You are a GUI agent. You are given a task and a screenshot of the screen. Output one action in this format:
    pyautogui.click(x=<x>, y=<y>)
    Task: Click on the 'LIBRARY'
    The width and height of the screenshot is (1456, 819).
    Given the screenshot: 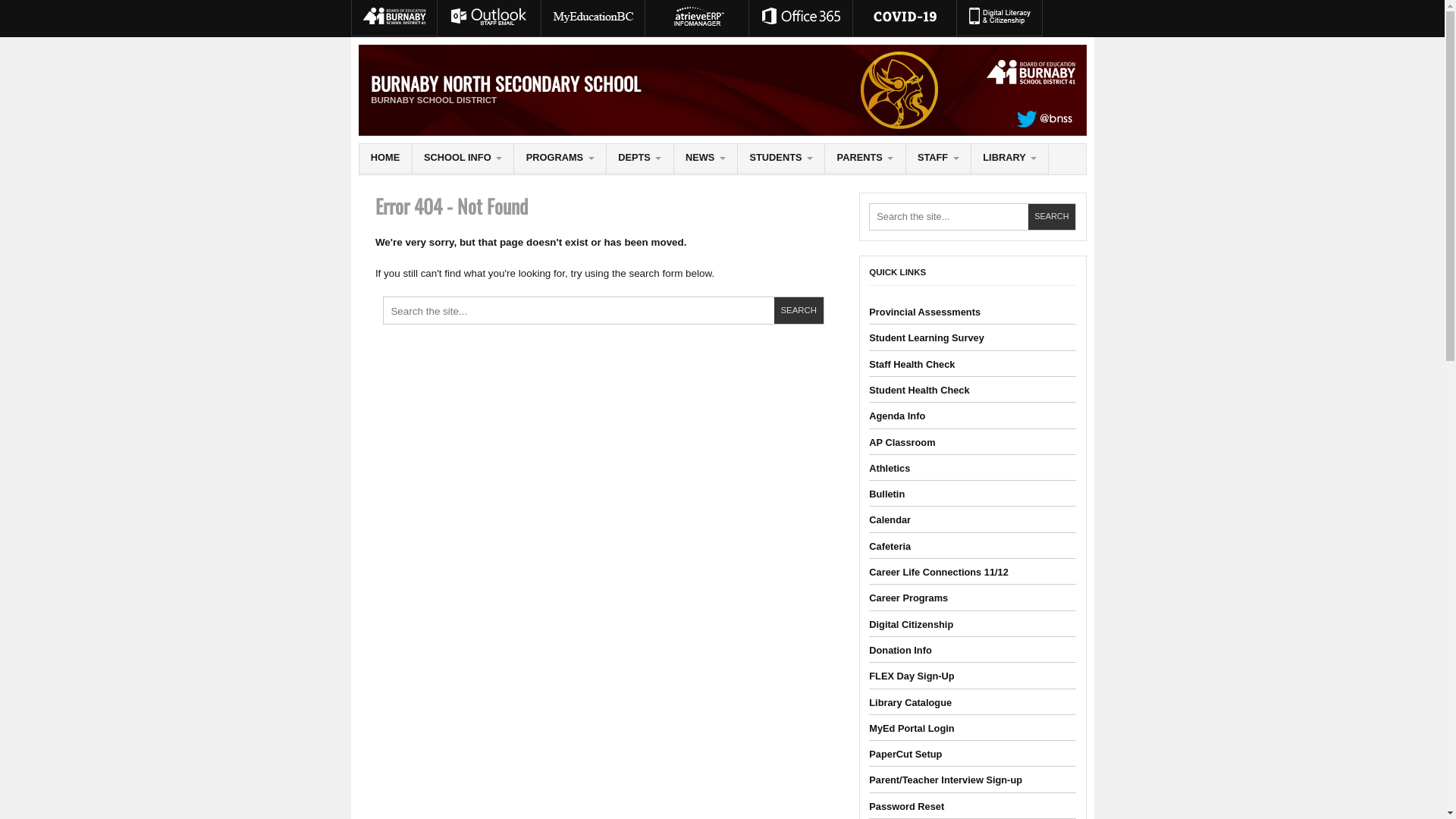 What is the action you would take?
    pyautogui.click(x=971, y=158)
    